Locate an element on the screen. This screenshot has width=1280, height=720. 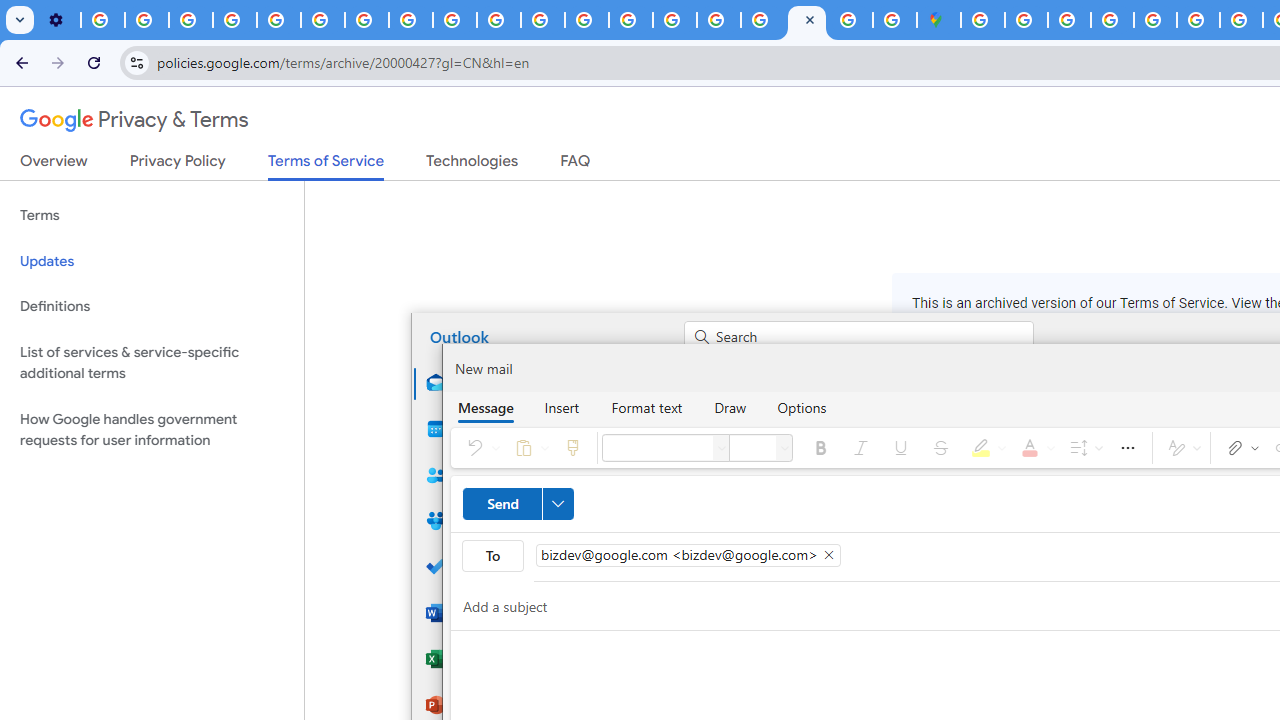
'Font color' is located at coordinates (1034, 446).